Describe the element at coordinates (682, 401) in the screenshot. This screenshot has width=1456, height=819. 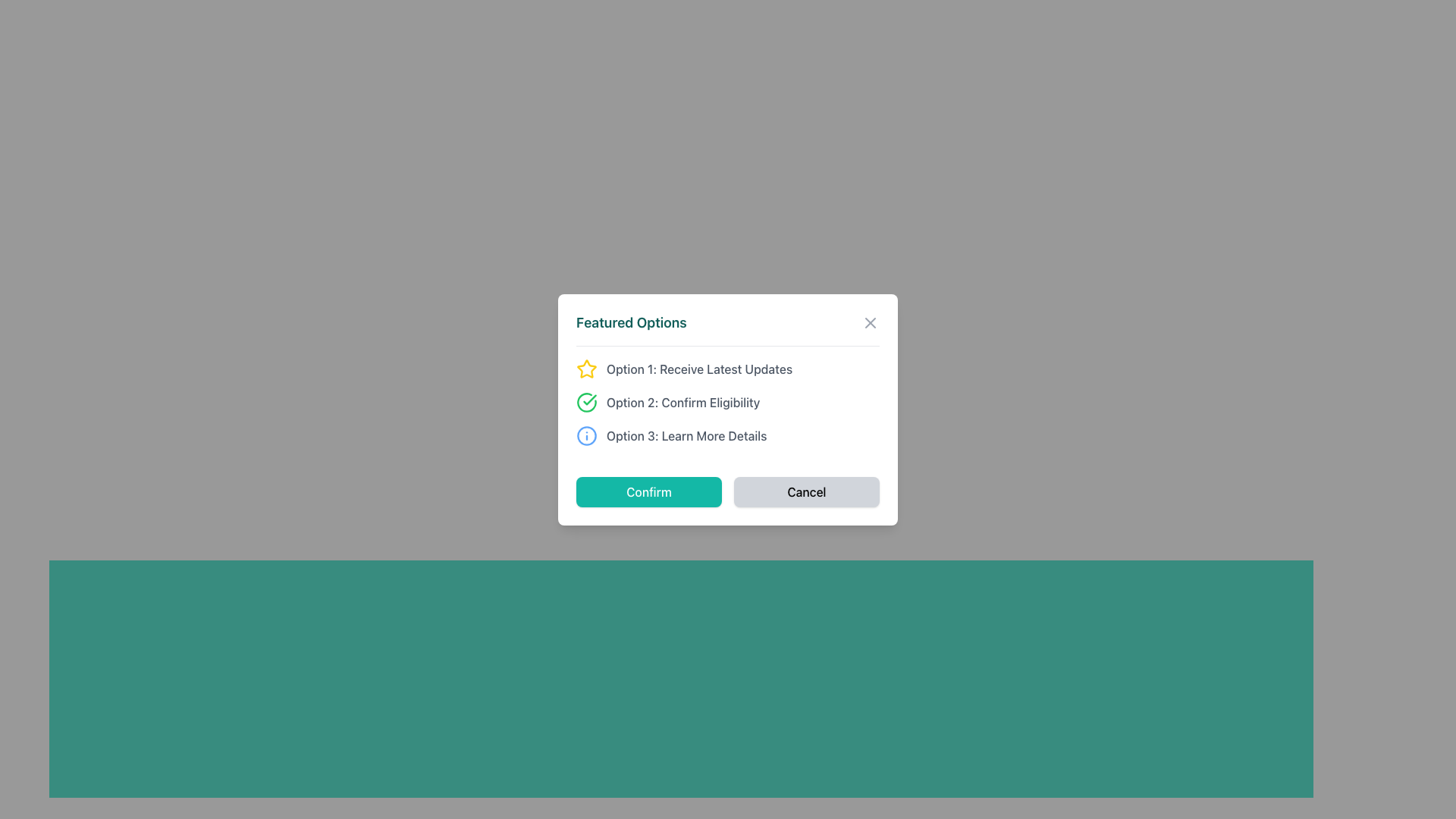
I see `the static text label indicating the second option related to confirming eligibility, located inside the modal window under 'Featured Options'` at that location.